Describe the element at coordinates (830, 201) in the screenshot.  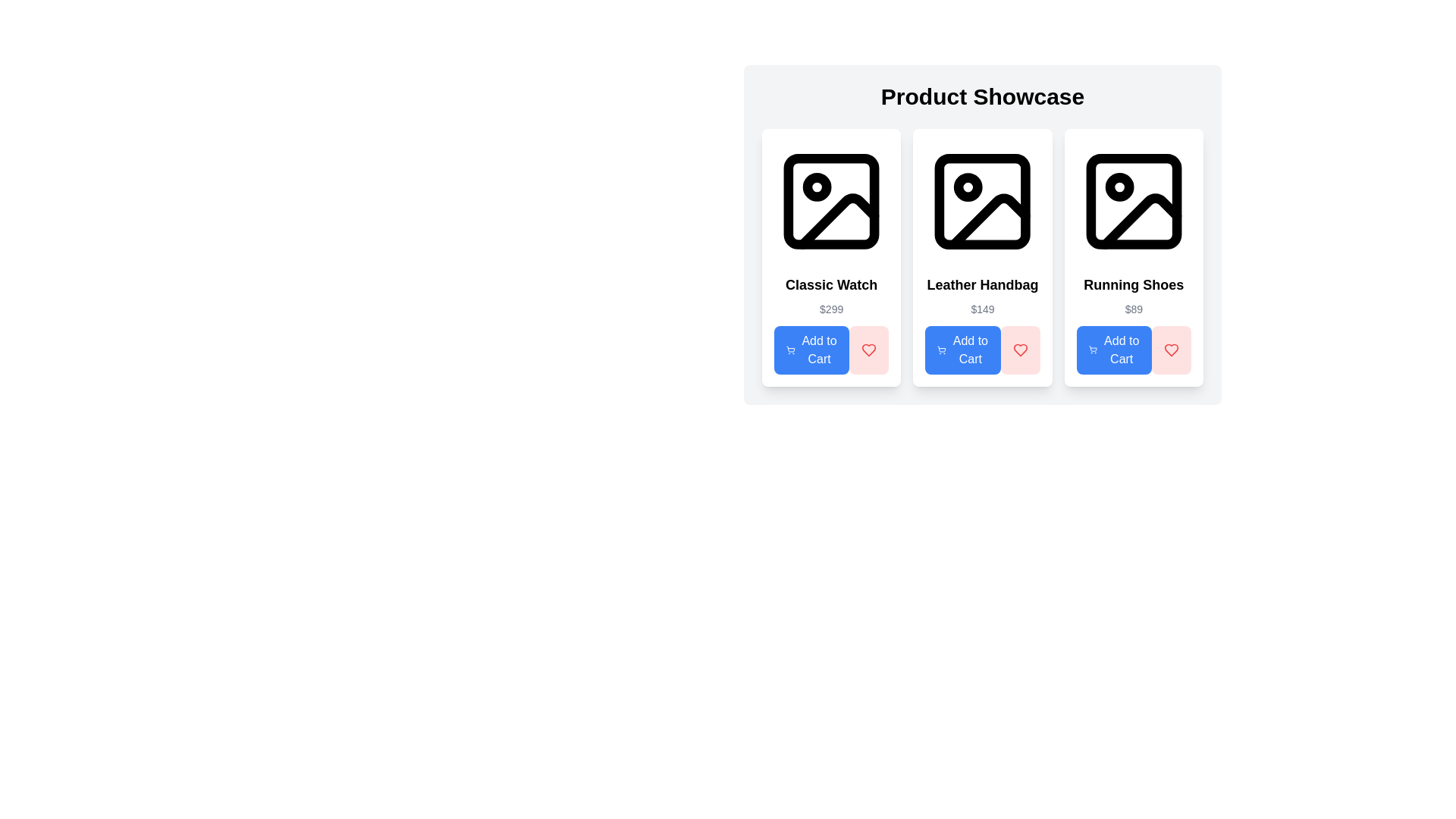
I see `the top-left rectangle within the product showcase that visually represents the 'Classic Watch'` at that location.